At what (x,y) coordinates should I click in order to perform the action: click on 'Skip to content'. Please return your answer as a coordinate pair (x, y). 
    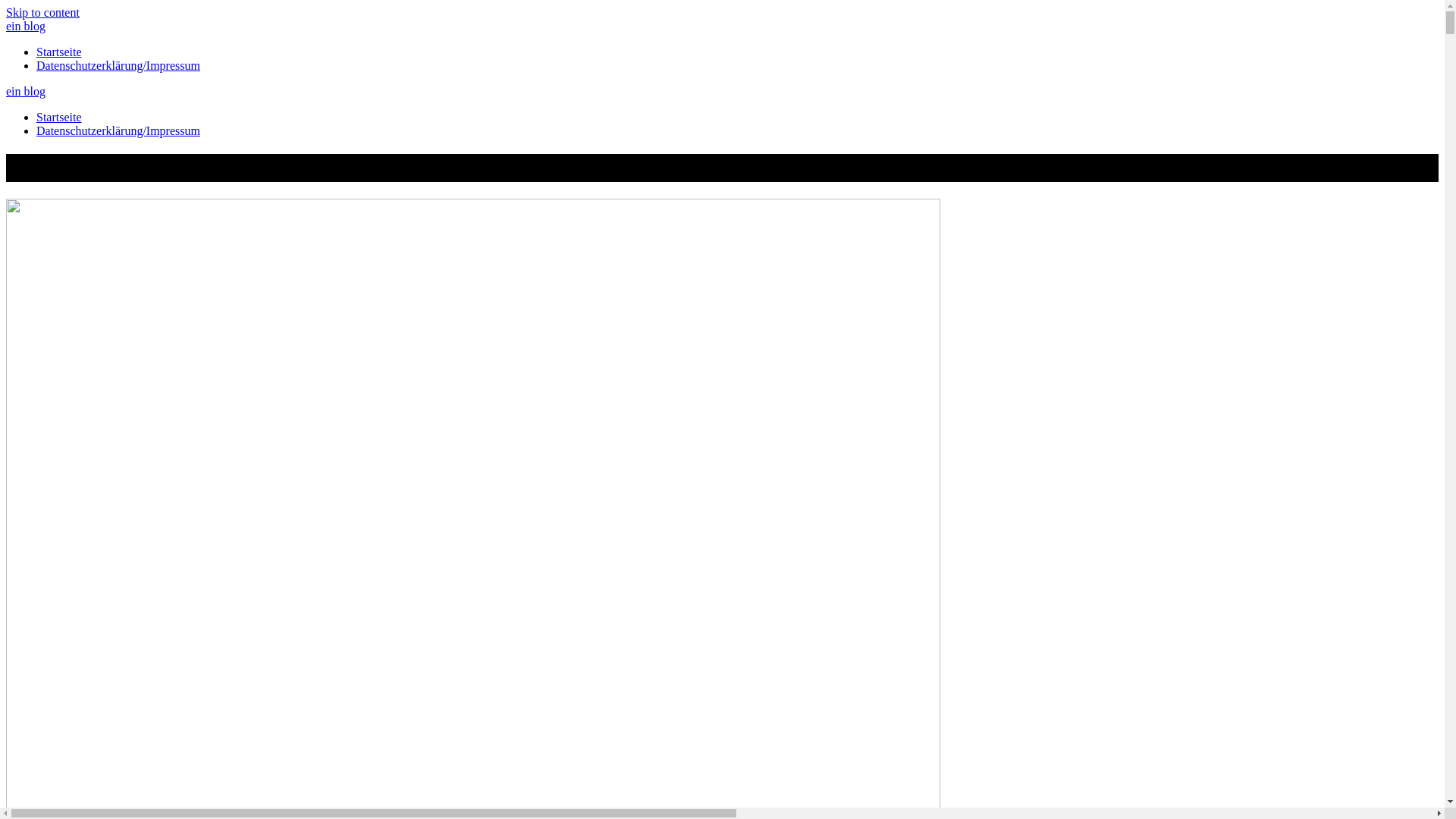
    Looking at the image, I should click on (42, 12).